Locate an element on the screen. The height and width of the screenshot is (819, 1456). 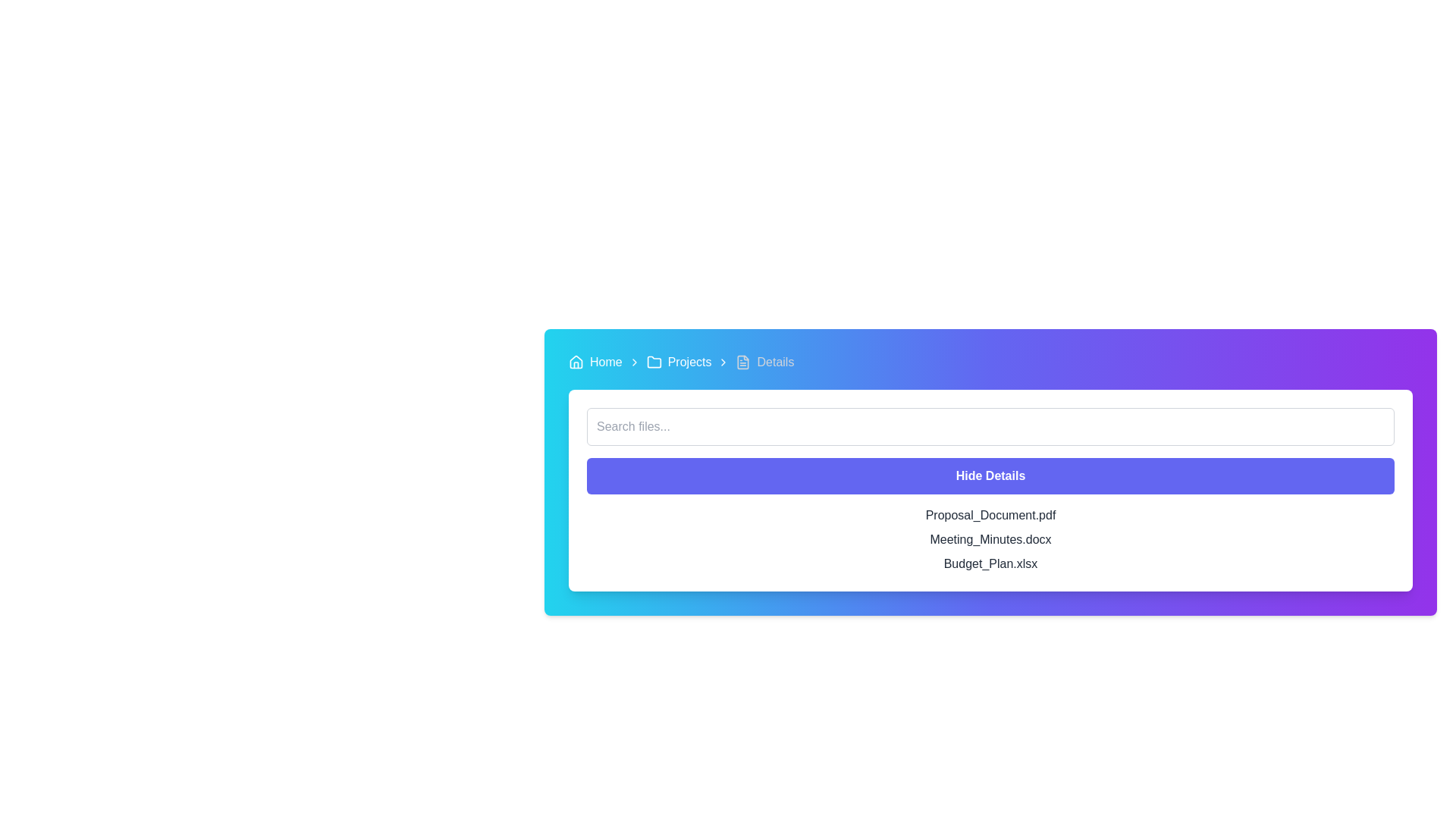
the folder icon in the breadcrumb navigation bar is located at coordinates (654, 362).